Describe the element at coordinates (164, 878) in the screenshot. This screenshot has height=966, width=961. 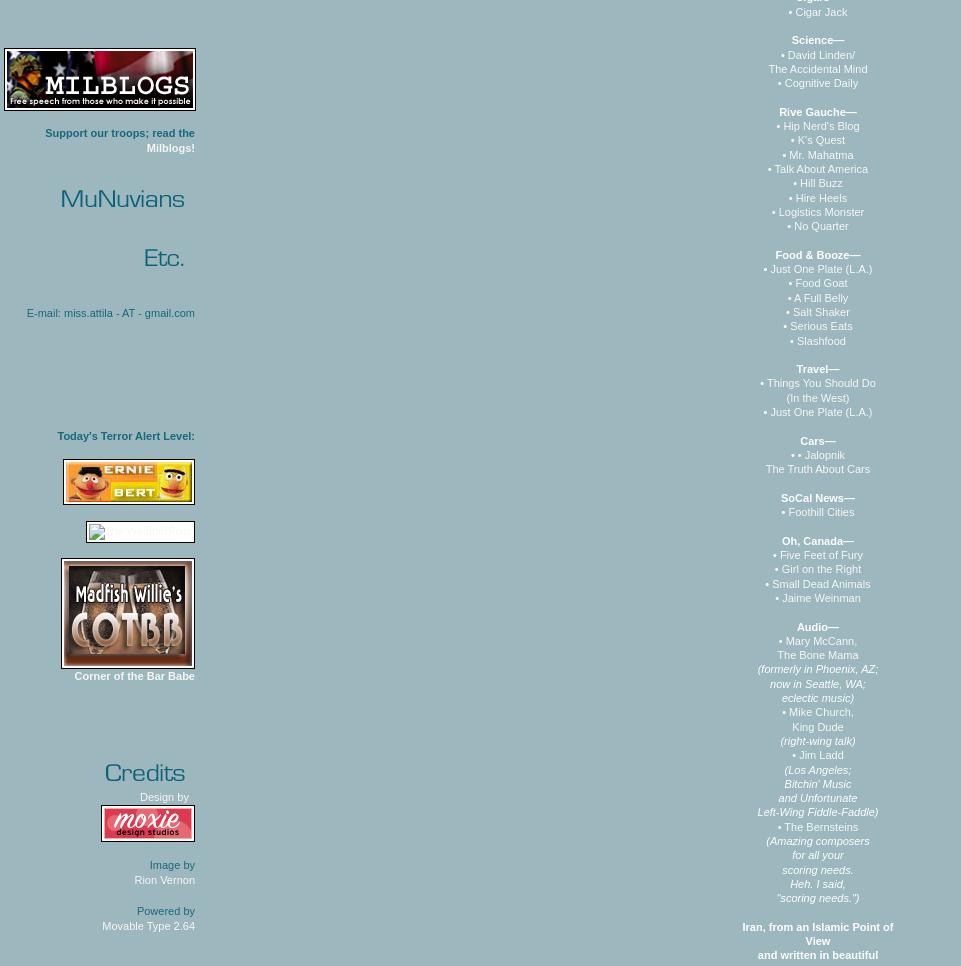
I see `'Rion Vernon'` at that location.